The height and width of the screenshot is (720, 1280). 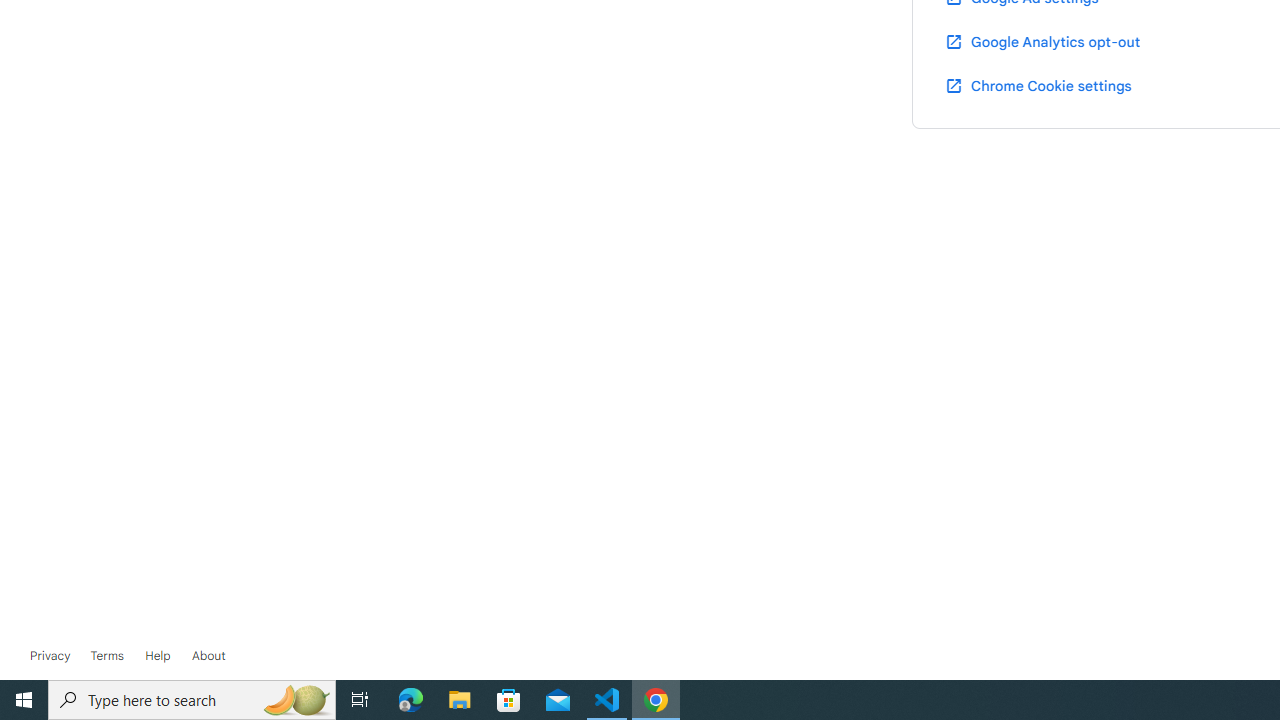 What do you see at coordinates (359, 698) in the screenshot?
I see `'Task View'` at bounding box center [359, 698].